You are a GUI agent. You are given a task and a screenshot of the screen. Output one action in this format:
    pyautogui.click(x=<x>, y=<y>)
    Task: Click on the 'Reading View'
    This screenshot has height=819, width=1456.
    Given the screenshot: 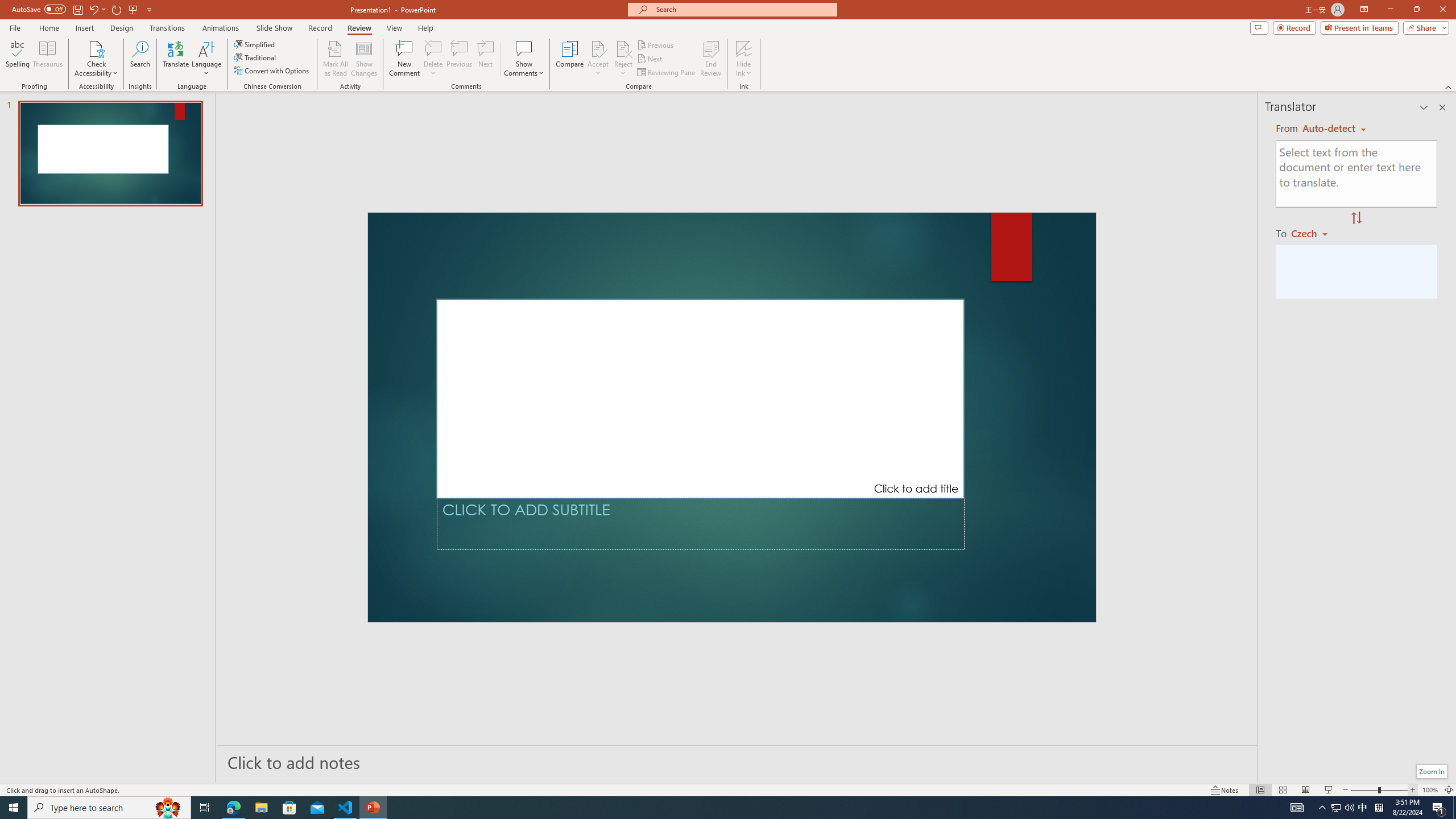 What is the action you would take?
    pyautogui.click(x=1305, y=790)
    